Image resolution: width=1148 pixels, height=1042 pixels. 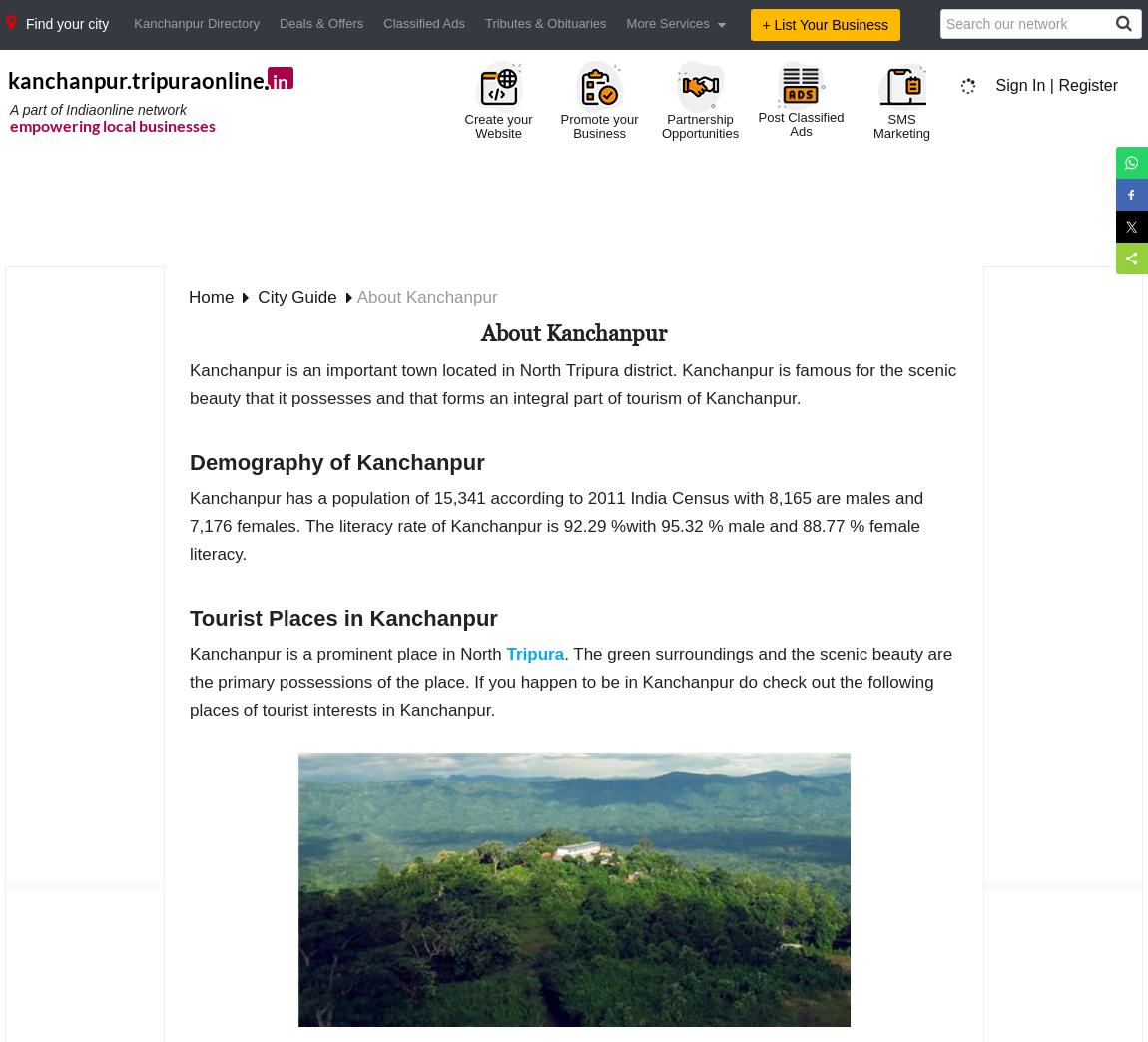 I want to click on 'SMS Marketing', so click(x=901, y=126).